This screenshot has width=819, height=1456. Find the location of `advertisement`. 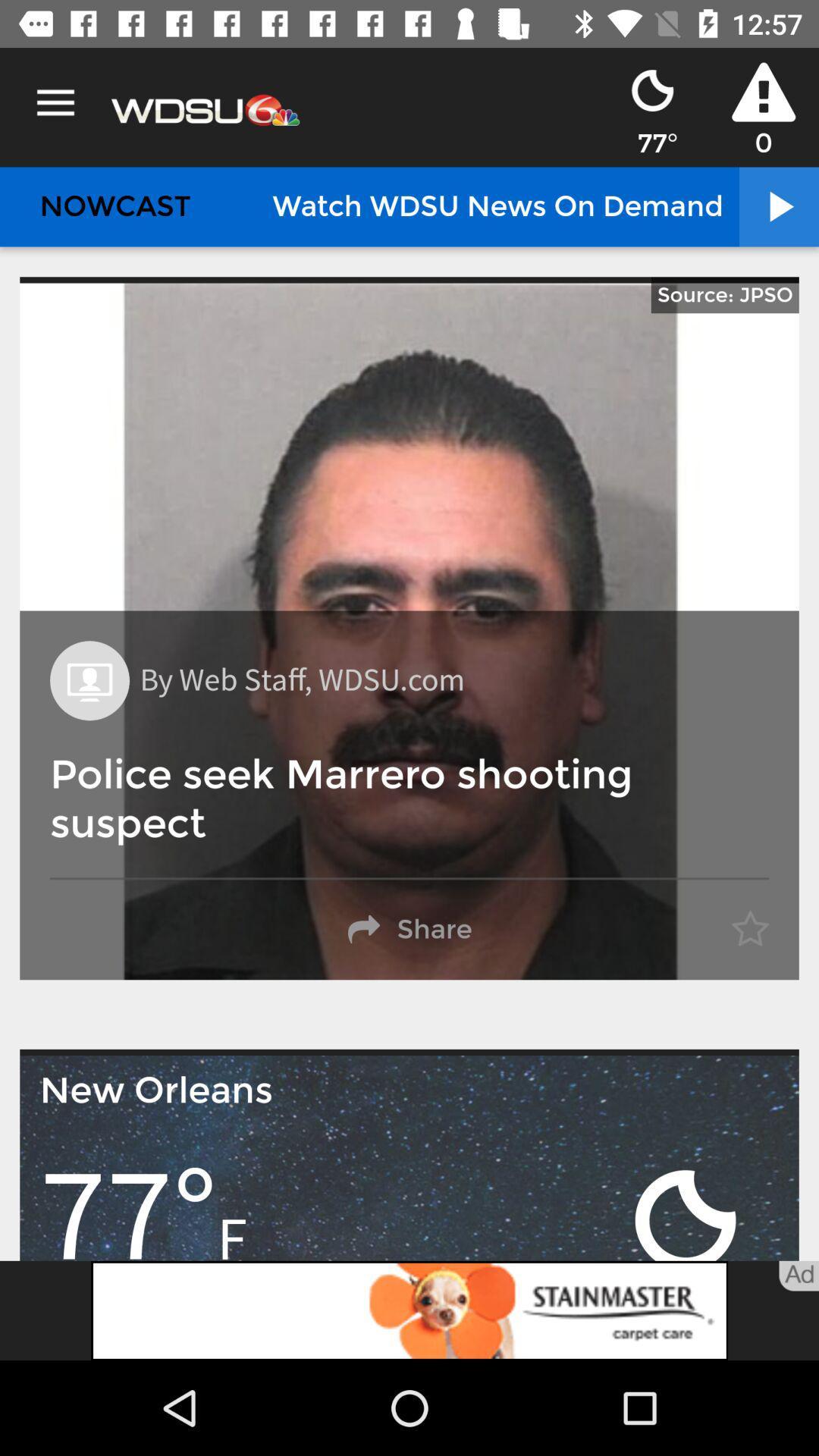

advertisement is located at coordinates (409, 1310).